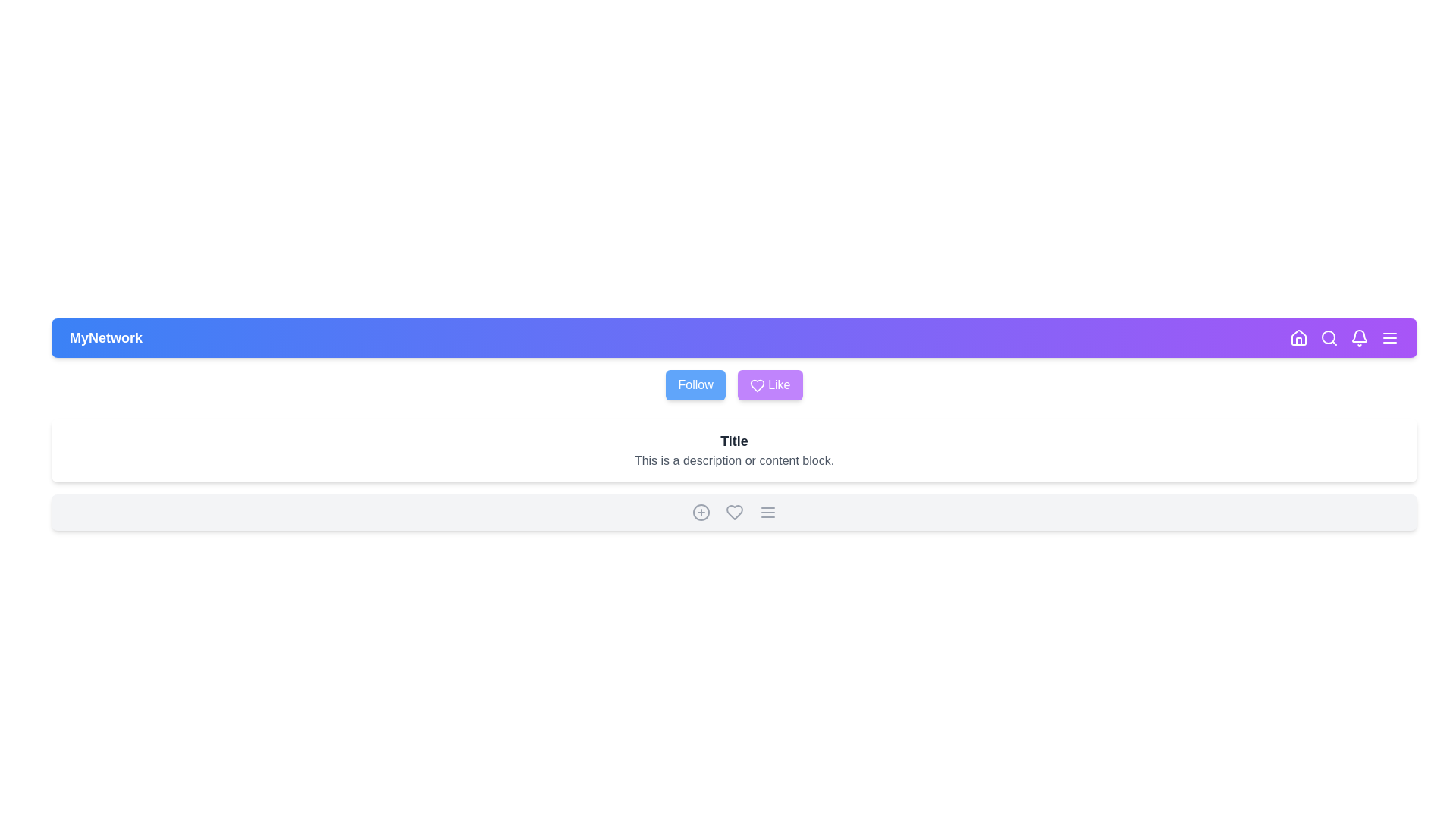 This screenshot has height=819, width=1456. What do you see at coordinates (770, 384) in the screenshot?
I see `the 'Like' button with a light purple background and white text` at bounding box center [770, 384].